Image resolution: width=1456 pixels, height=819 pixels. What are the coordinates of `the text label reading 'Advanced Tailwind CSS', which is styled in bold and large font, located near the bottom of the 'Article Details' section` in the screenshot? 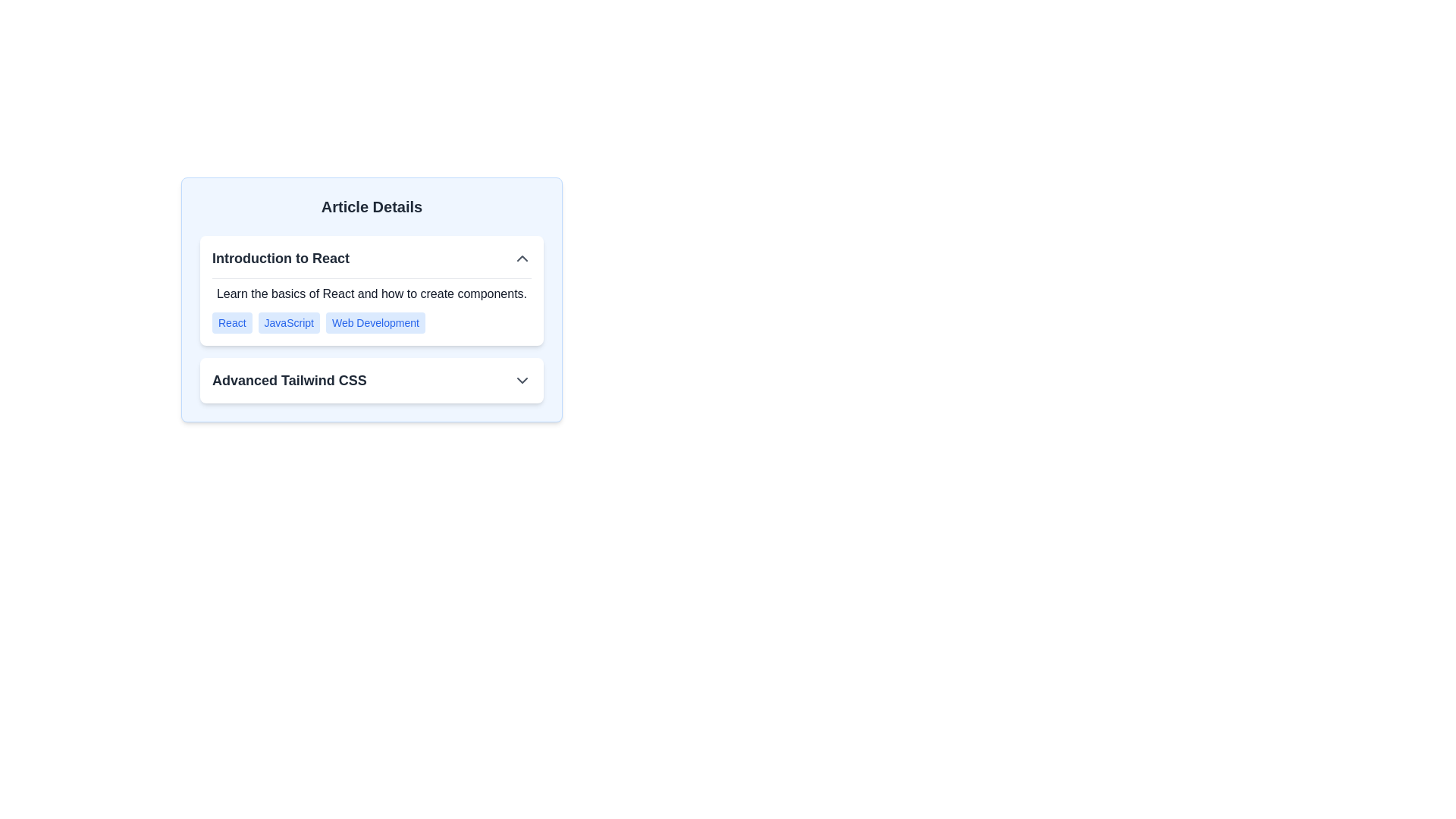 It's located at (289, 379).